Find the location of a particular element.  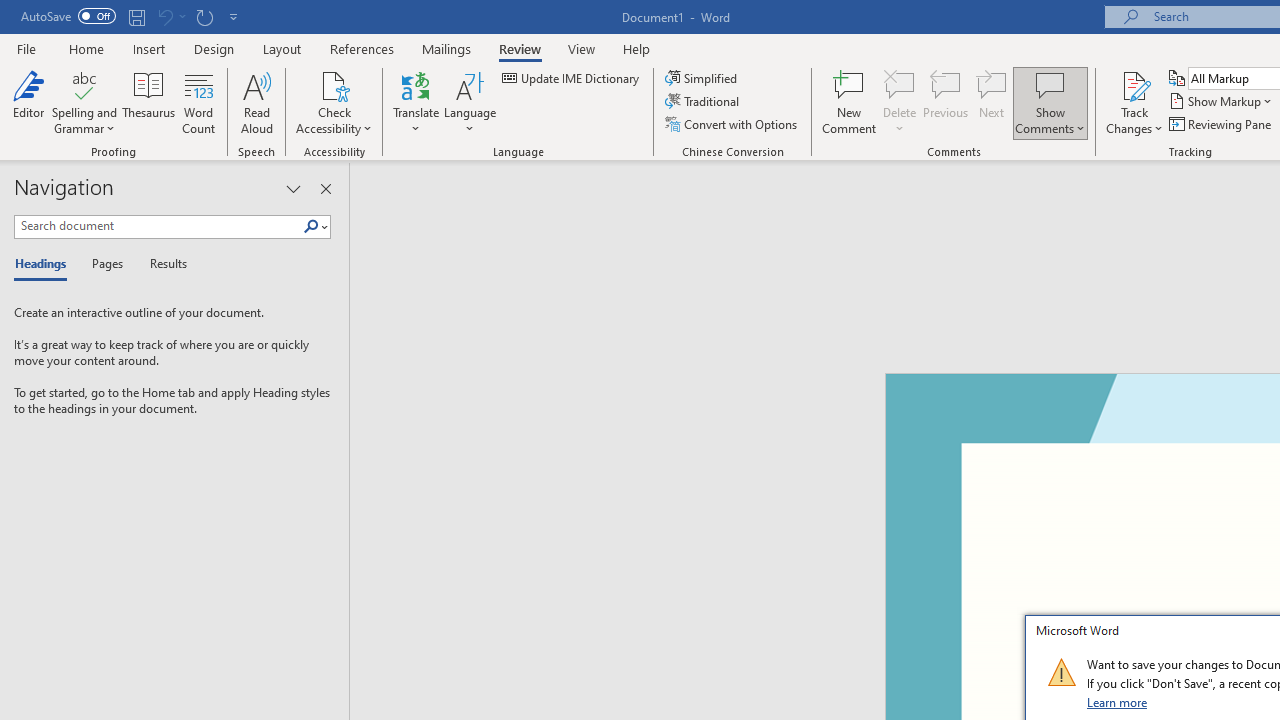

'Editor' is located at coordinates (28, 103).